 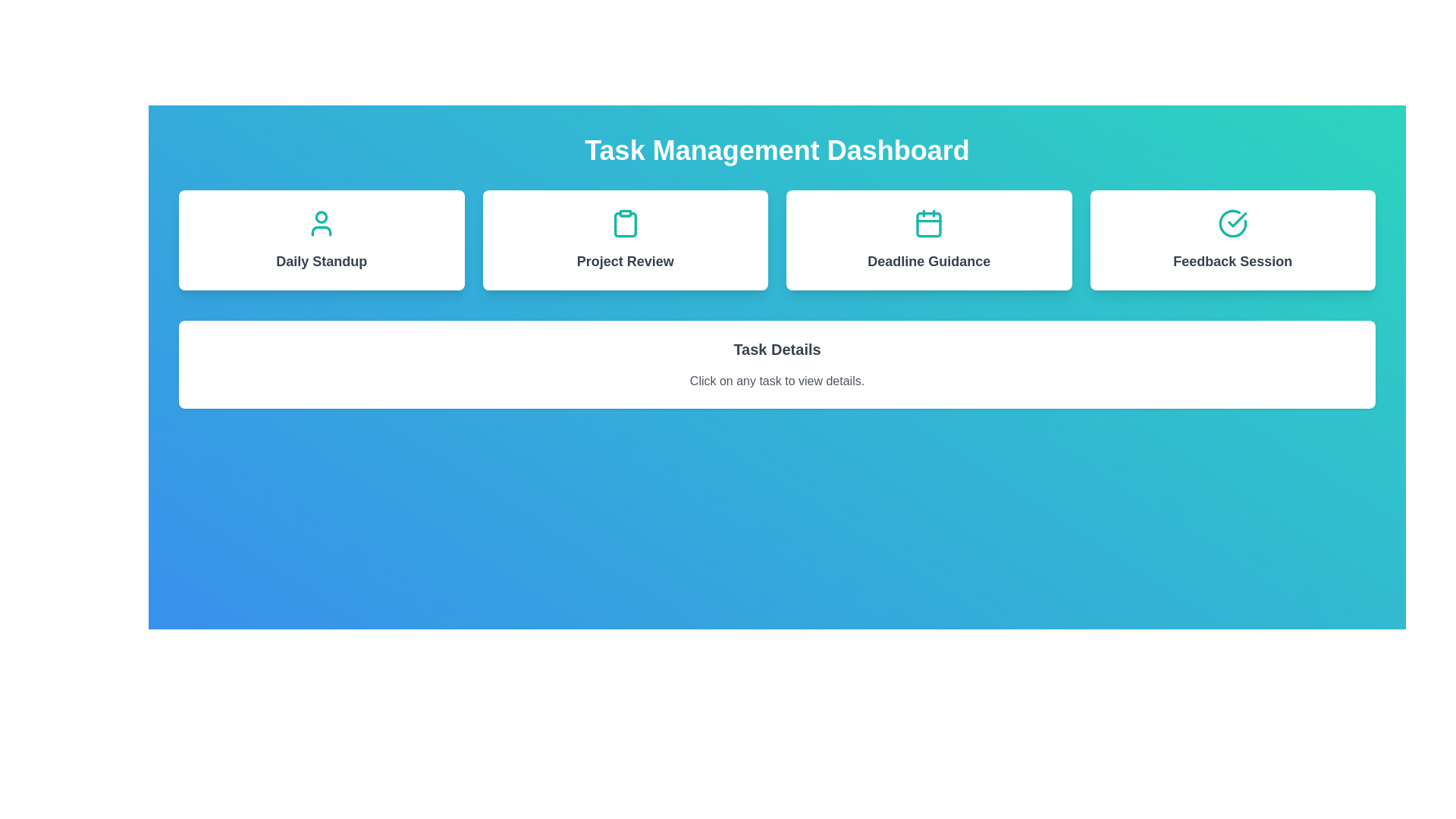 What do you see at coordinates (928, 223) in the screenshot?
I see `the calendar icon in the top-right quadrant of the 'Deadline Guidance' section, which visually represents deadline-related functionality` at bounding box center [928, 223].